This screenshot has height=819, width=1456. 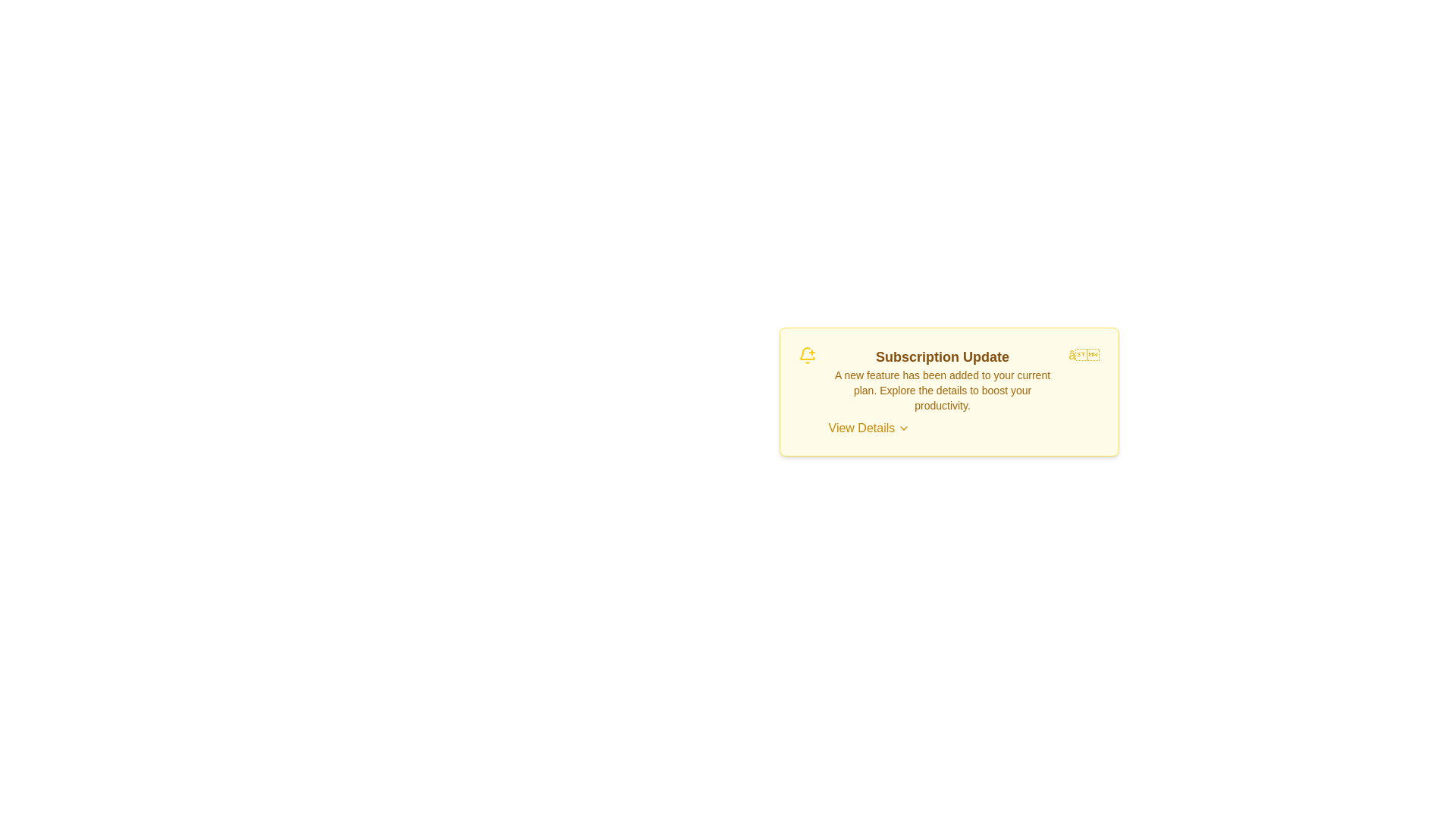 What do you see at coordinates (806, 356) in the screenshot?
I see `the notification icon to trigger its action` at bounding box center [806, 356].